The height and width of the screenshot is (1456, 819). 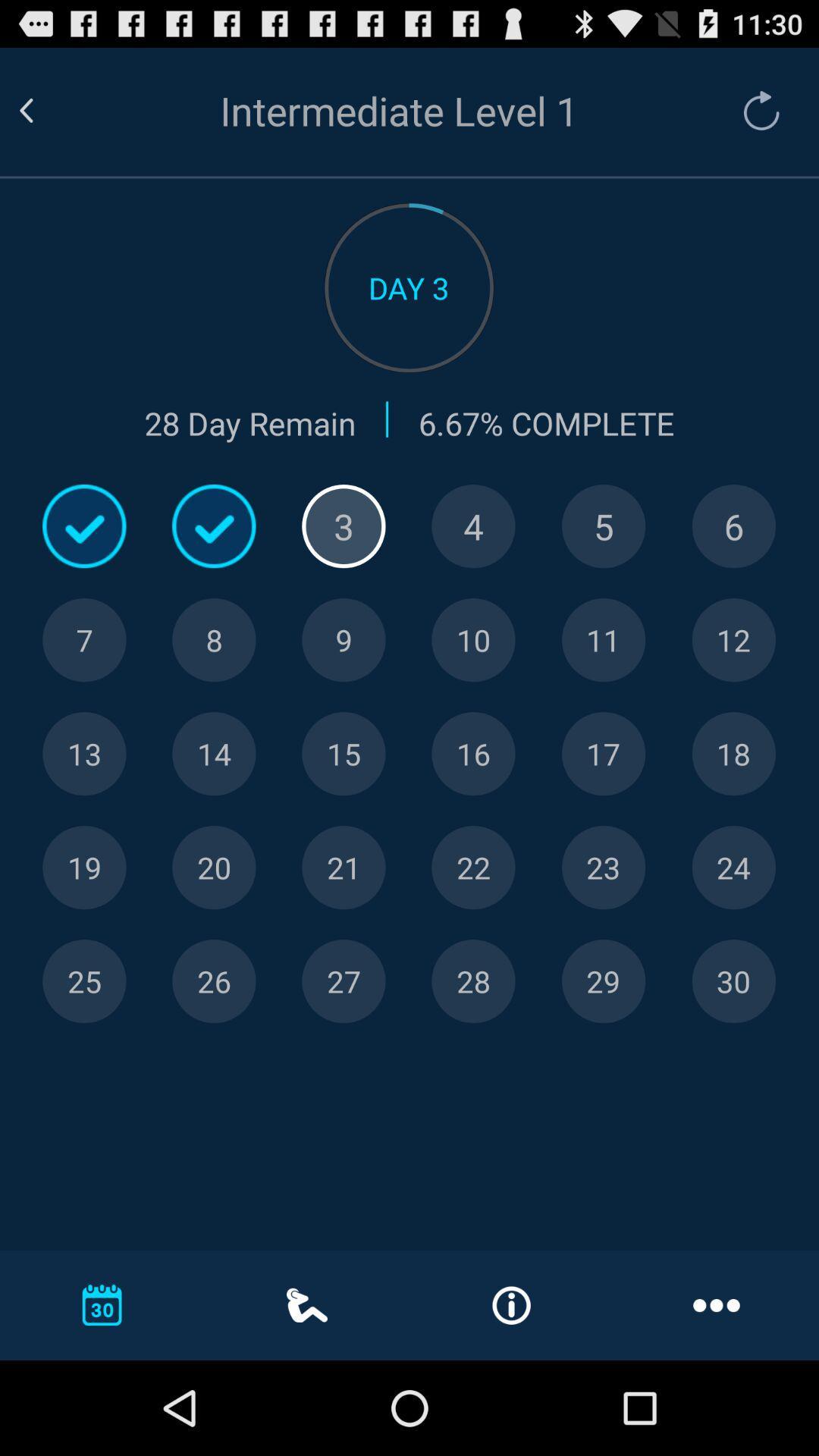 I want to click on the arrow_backward icon, so click(x=44, y=118).